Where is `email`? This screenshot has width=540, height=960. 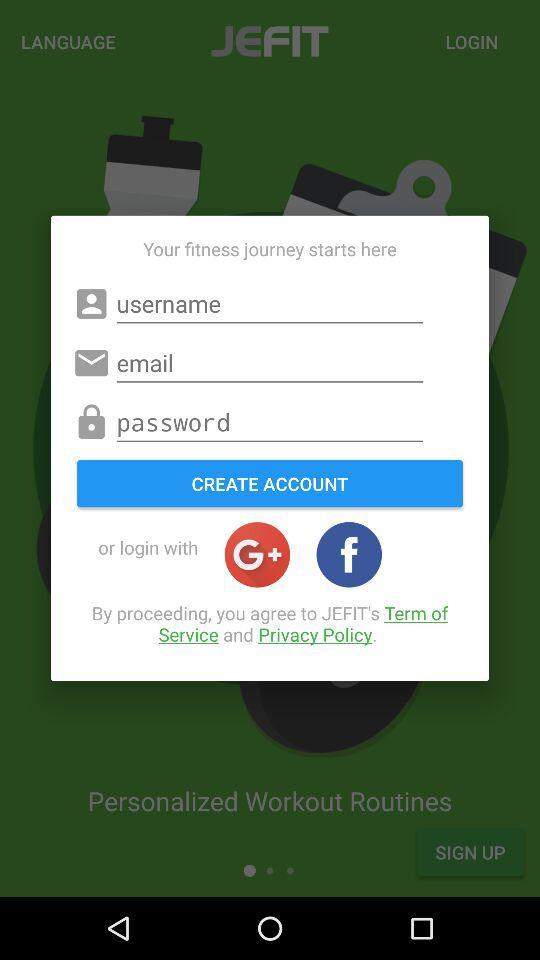
email is located at coordinates (270, 362).